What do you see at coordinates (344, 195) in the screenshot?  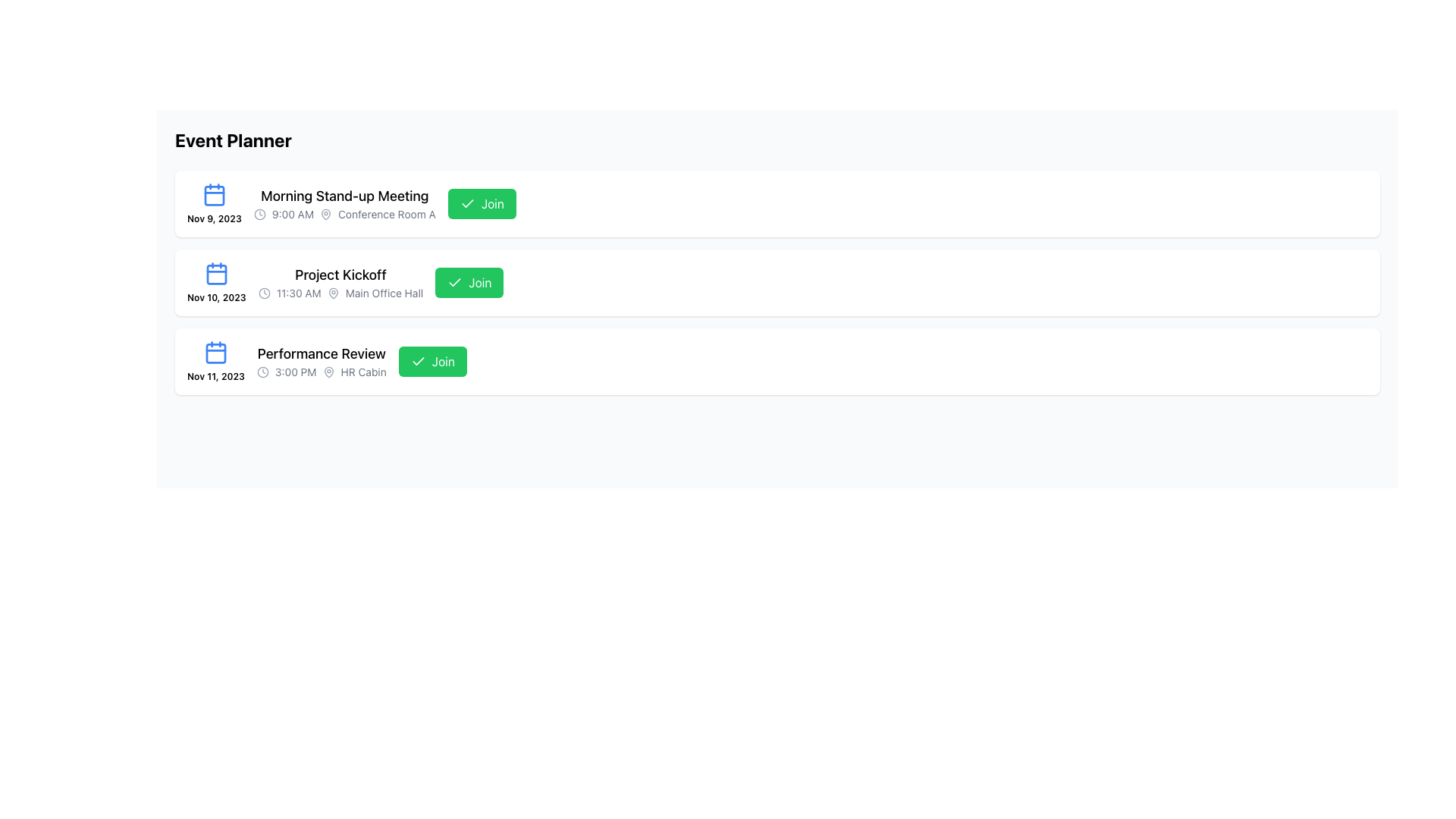 I see `the title of the scheduled event` at bounding box center [344, 195].